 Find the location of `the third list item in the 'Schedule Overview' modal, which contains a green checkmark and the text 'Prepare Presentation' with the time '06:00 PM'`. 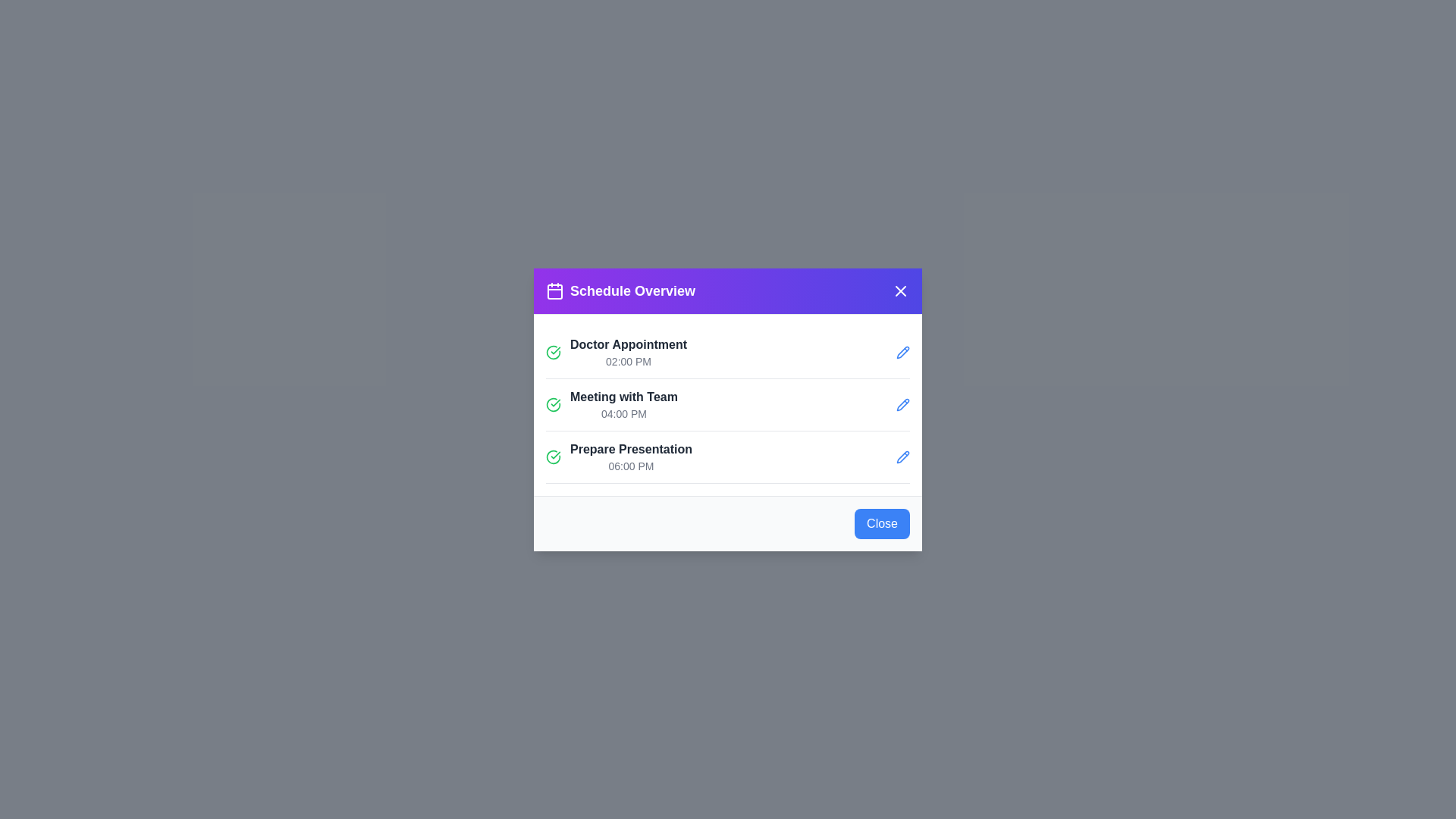

the third list item in the 'Schedule Overview' modal, which contains a green checkmark and the text 'Prepare Presentation' with the time '06:00 PM' is located at coordinates (619, 456).